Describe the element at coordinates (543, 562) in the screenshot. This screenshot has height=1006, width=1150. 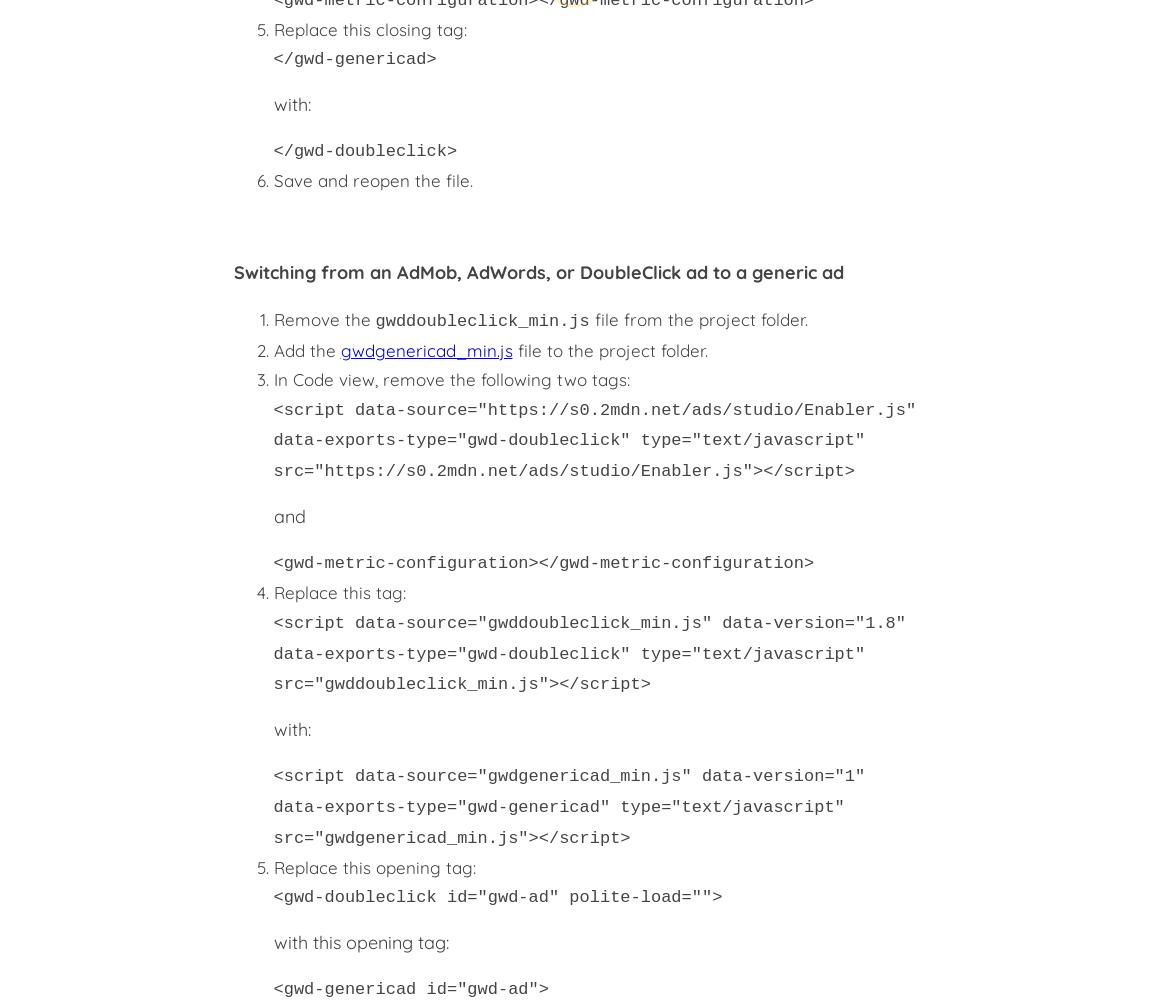
I see `'<gwd-metric-configuration></gwd-metric-configuration>'` at that location.